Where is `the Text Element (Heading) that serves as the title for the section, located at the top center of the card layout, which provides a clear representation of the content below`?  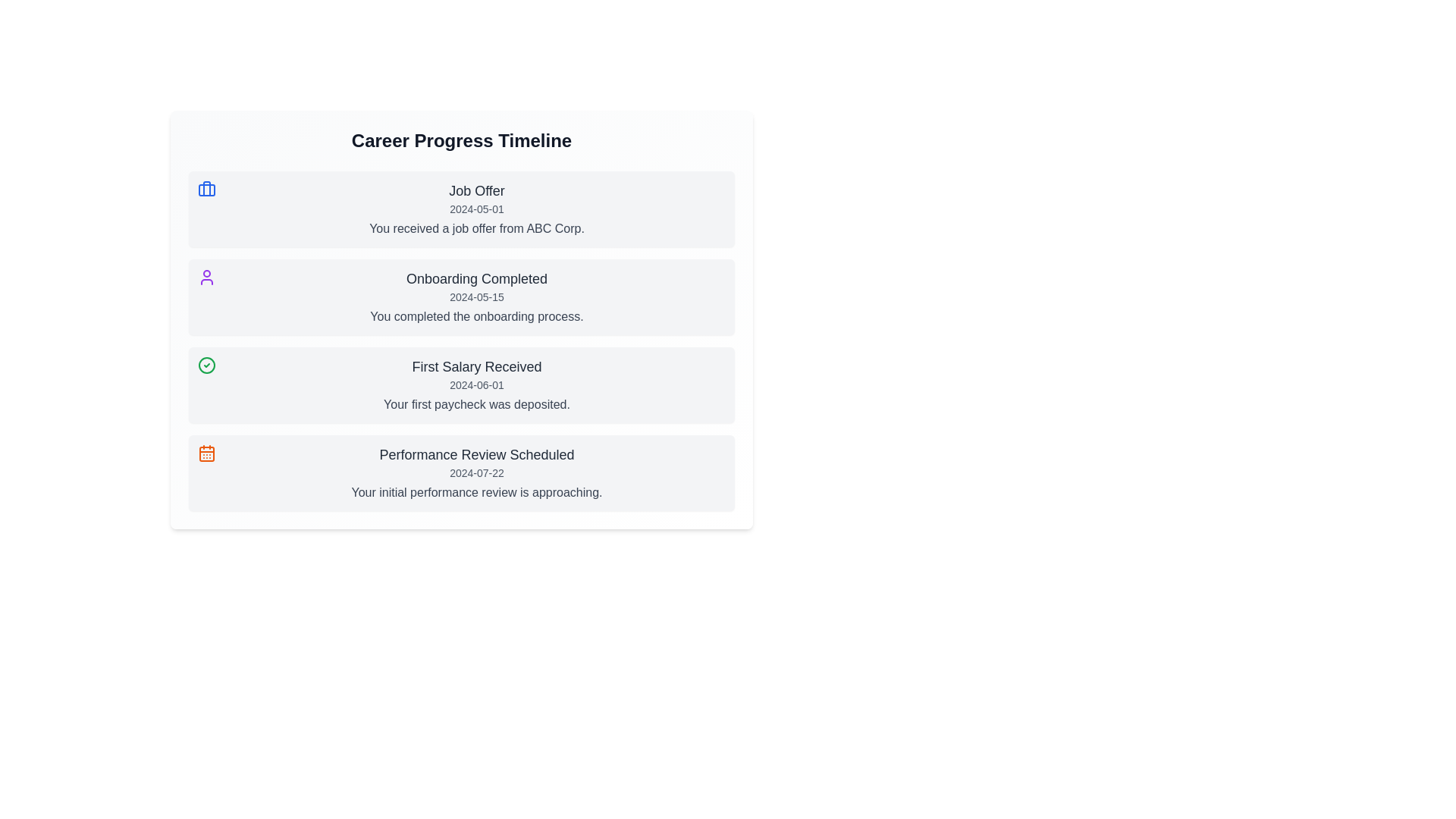
the Text Element (Heading) that serves as the title for the section, located at the top center of the card layout, which provides a clear representation of the content below is located at coordinates (461, 140).